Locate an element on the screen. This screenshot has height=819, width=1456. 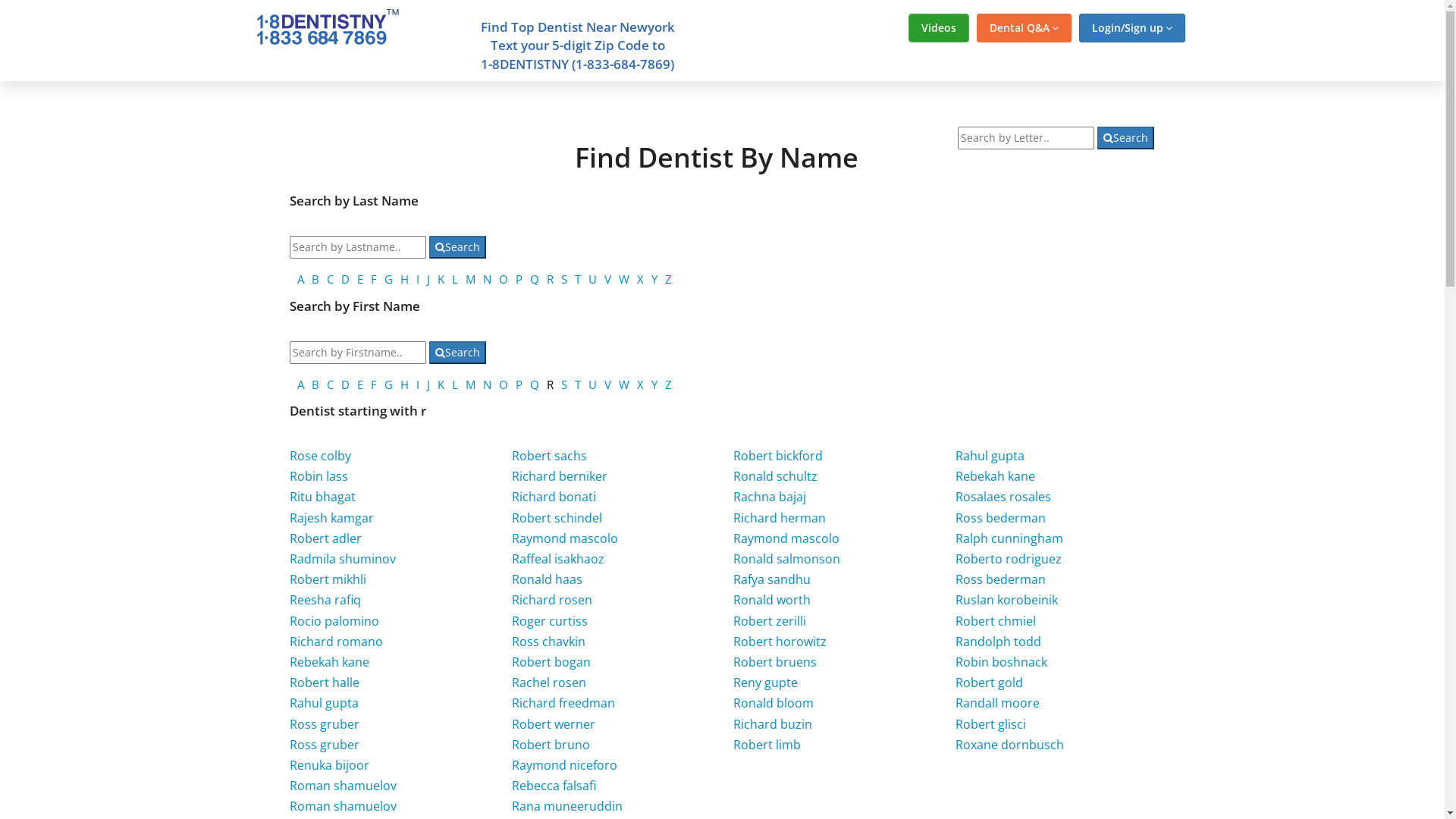
'Ross gruber' is located at coordinates (323, 744).